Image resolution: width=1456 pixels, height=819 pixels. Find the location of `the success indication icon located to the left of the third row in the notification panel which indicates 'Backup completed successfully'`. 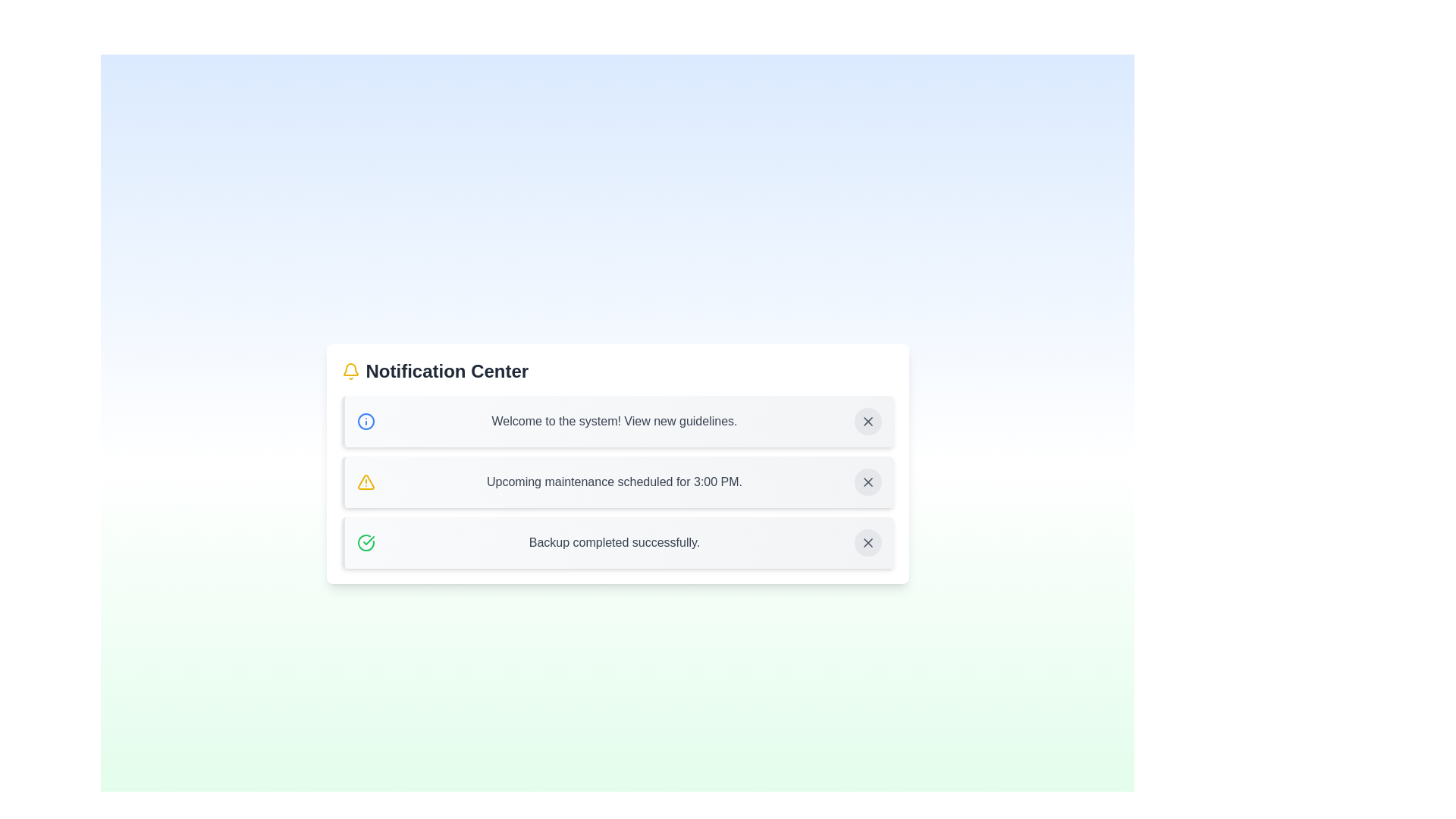

the success indication icon located to the left of the third row in the notification panel which indicates 'Backup completed successfully' is located at coordinates (366, 542).